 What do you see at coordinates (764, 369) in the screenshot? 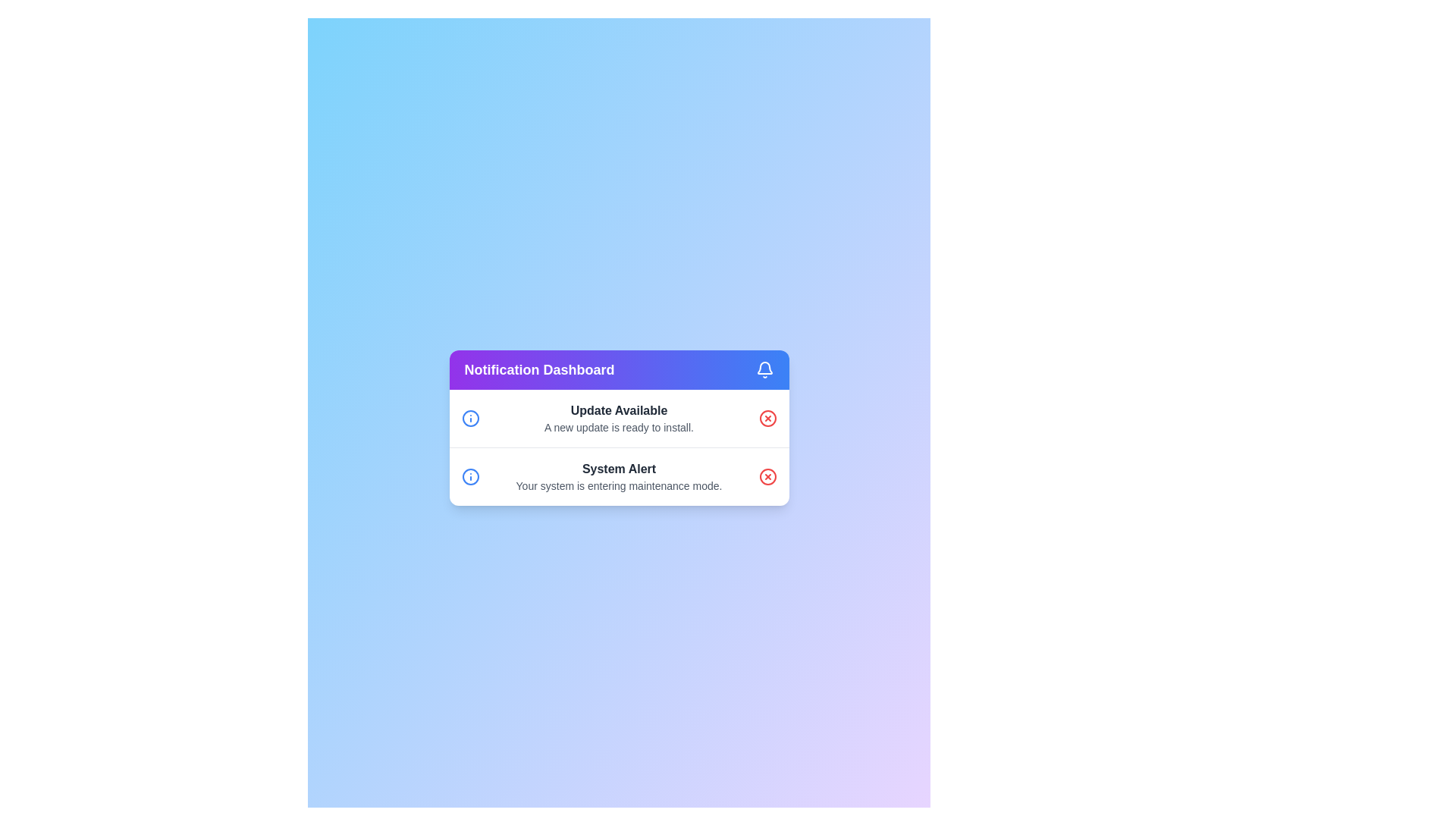
I see `the bell icon indicating notifications, located in the top-right corner of the Notification Dashboard, to the right of the title text` at bounding box center [764, 369].